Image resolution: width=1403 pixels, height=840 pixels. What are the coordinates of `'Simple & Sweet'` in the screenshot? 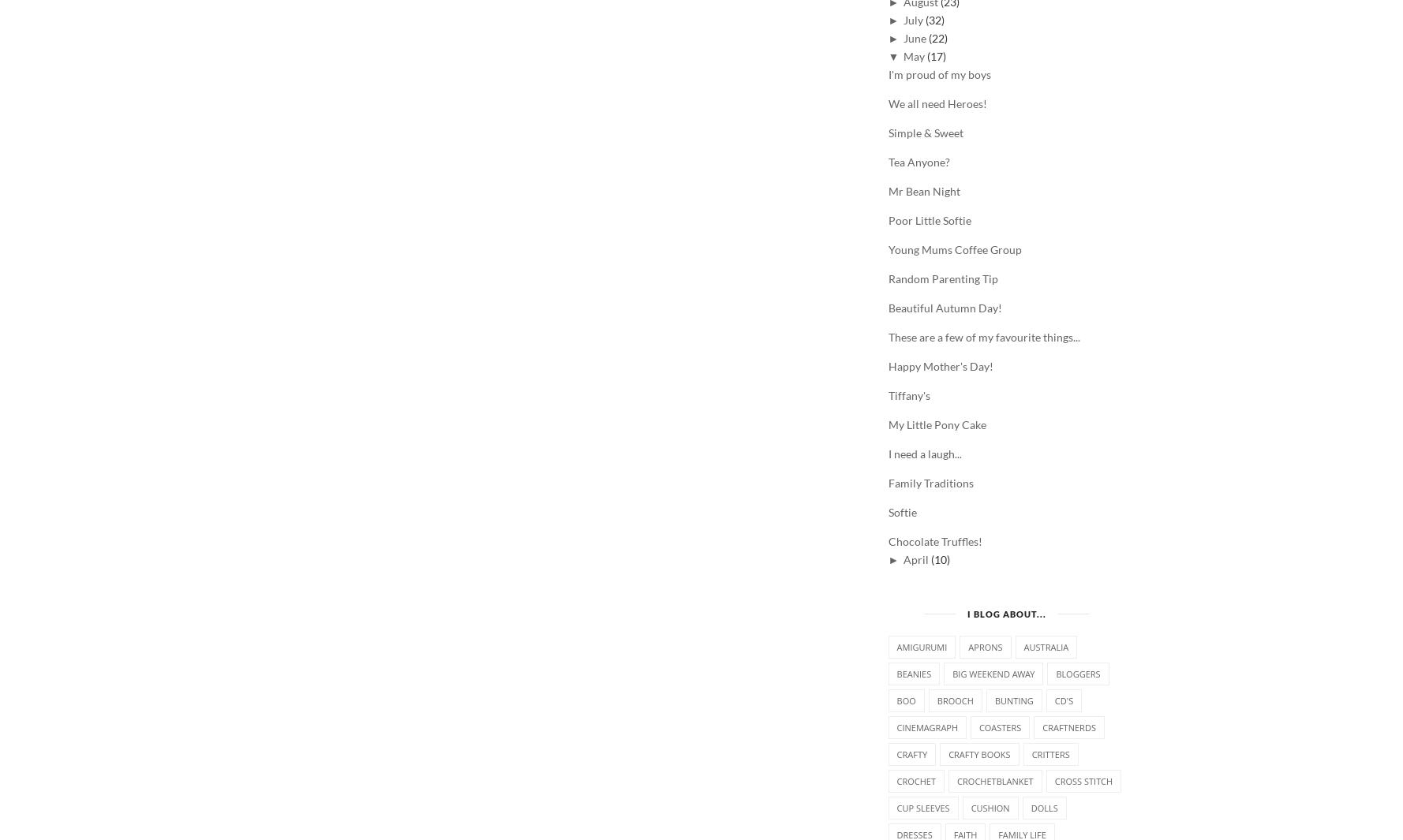 It's located at (925, 131).